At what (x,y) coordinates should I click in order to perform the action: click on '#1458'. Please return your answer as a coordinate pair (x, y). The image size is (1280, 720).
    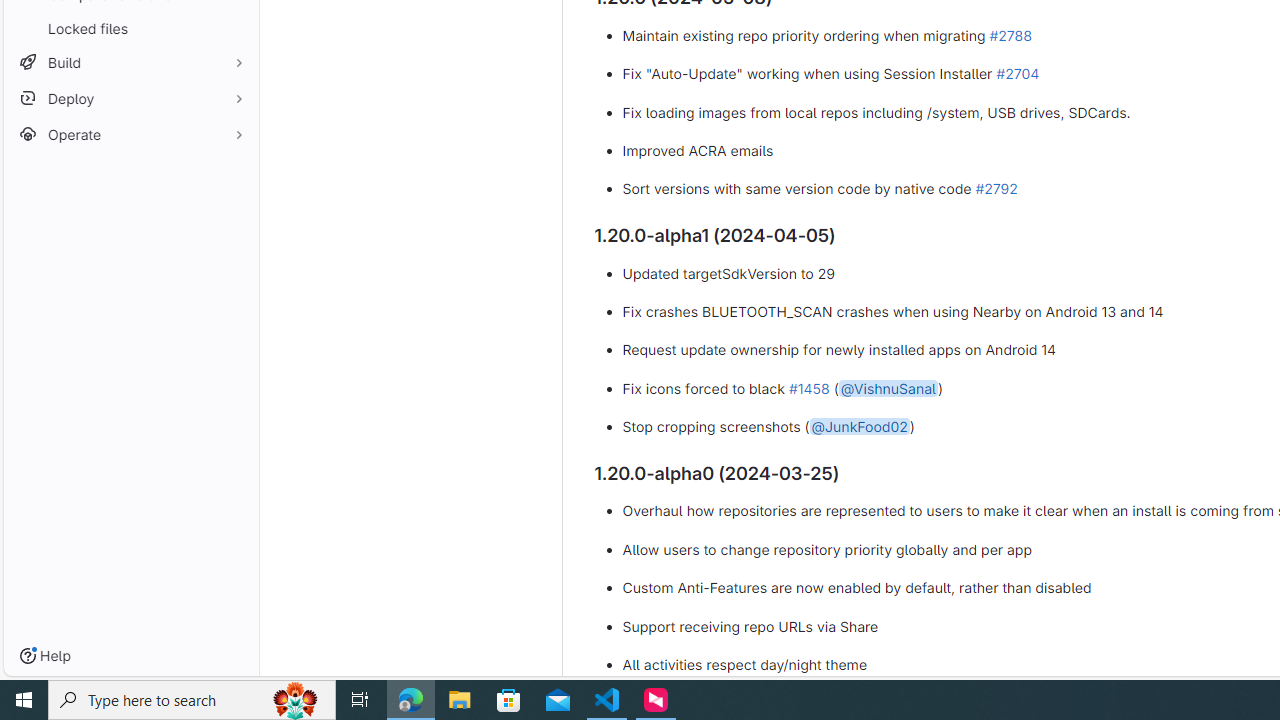
    Looking at the image, I should click on (808, 387).